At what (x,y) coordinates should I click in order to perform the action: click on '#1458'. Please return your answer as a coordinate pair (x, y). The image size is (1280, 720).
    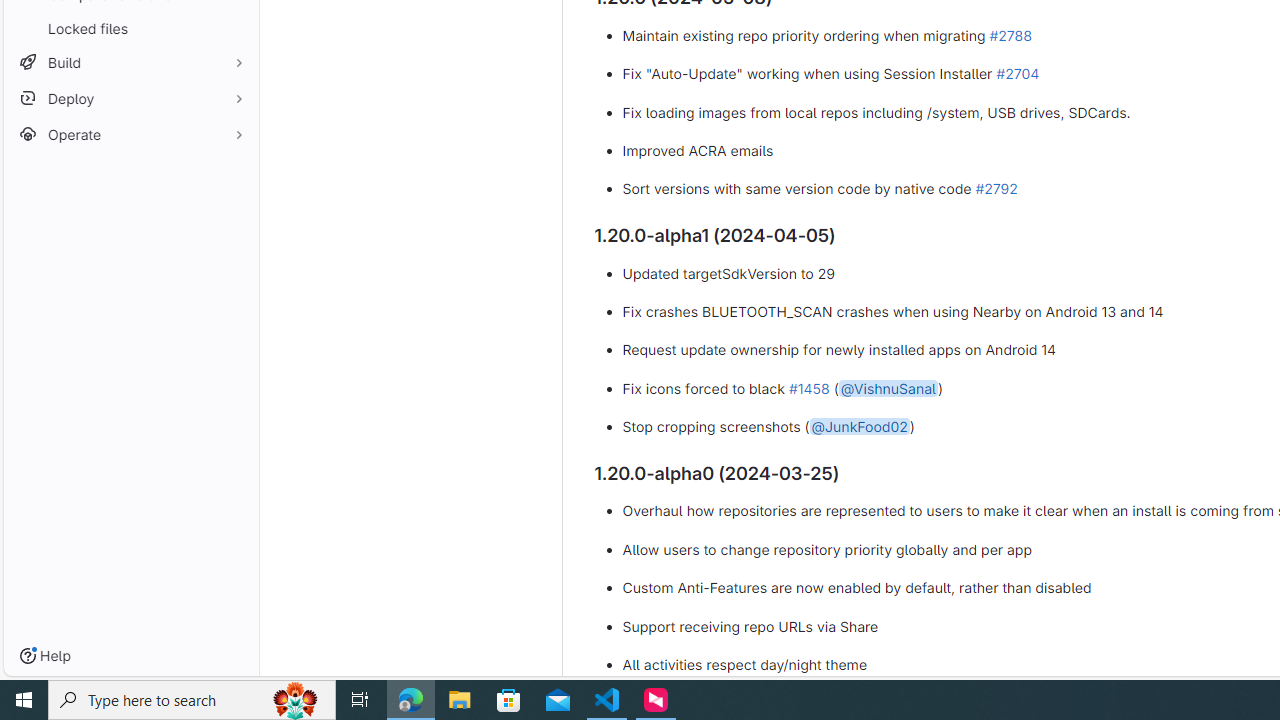
    Looking at the image, I should click on (808, 387).